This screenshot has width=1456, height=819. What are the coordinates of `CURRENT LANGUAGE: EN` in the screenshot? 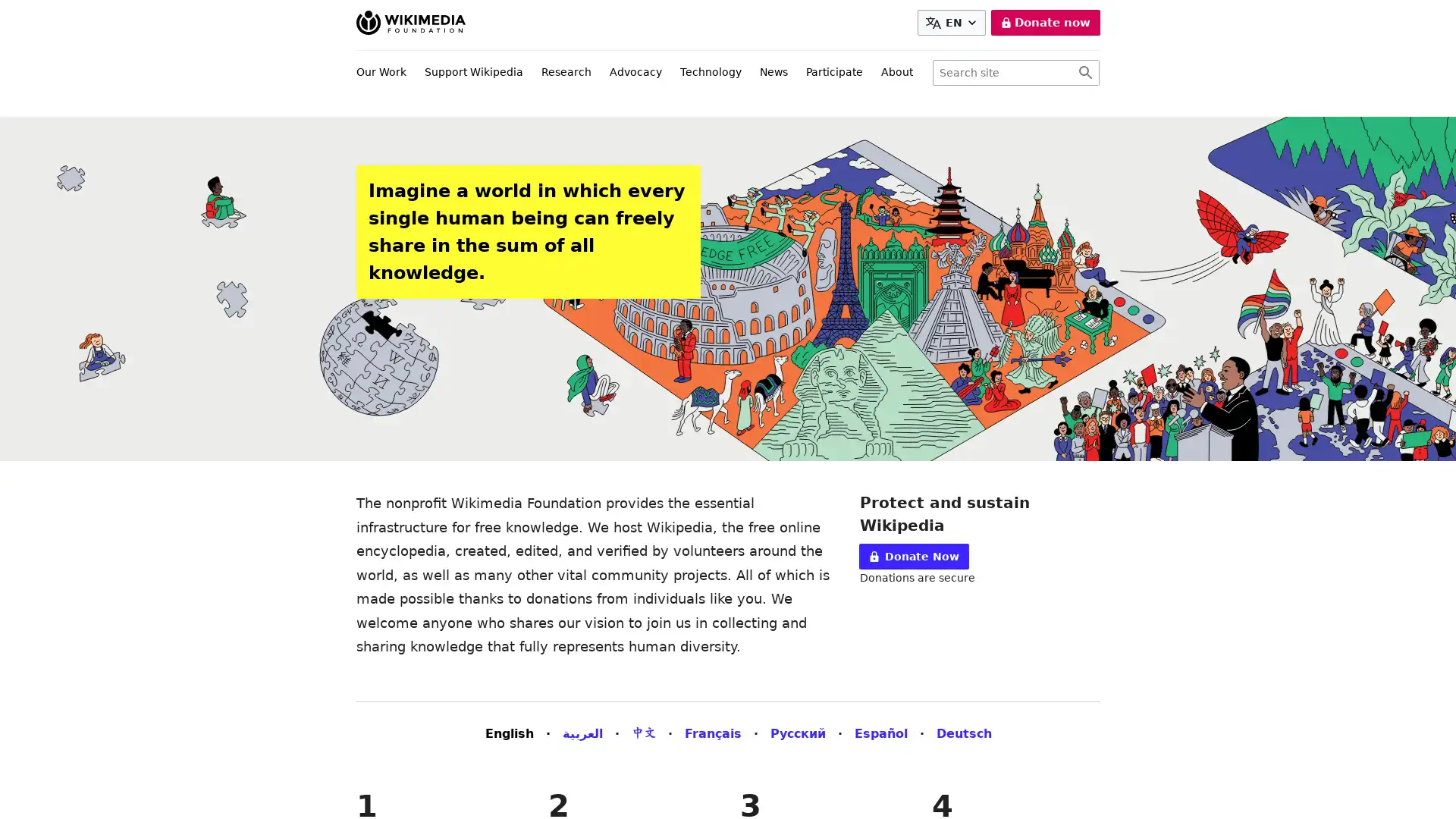 It's located at (953, 23).